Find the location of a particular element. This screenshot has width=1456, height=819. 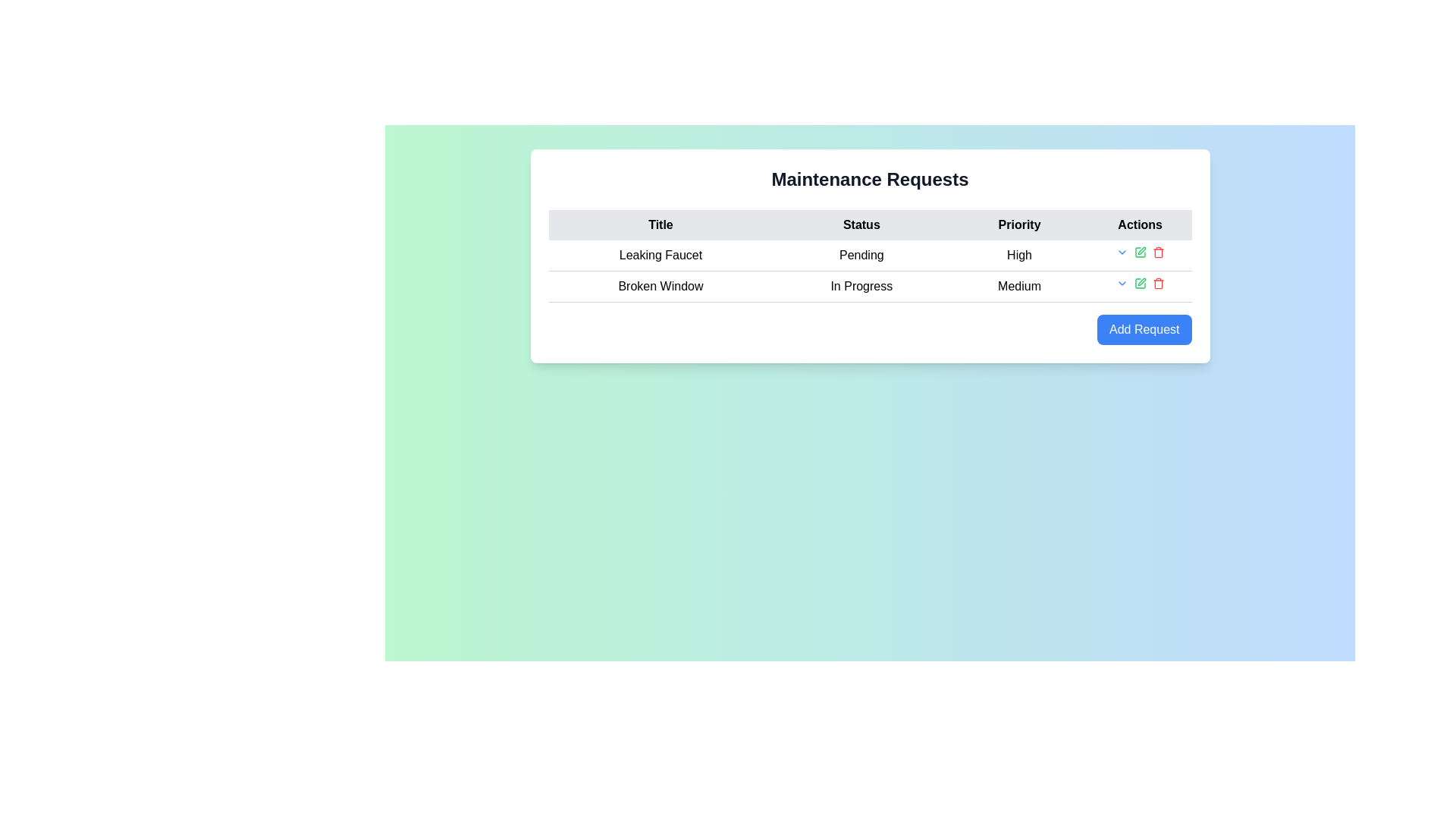

the delete icon located in the 'Actions' column of the second row of the table is located at coordinates (1157, 284).